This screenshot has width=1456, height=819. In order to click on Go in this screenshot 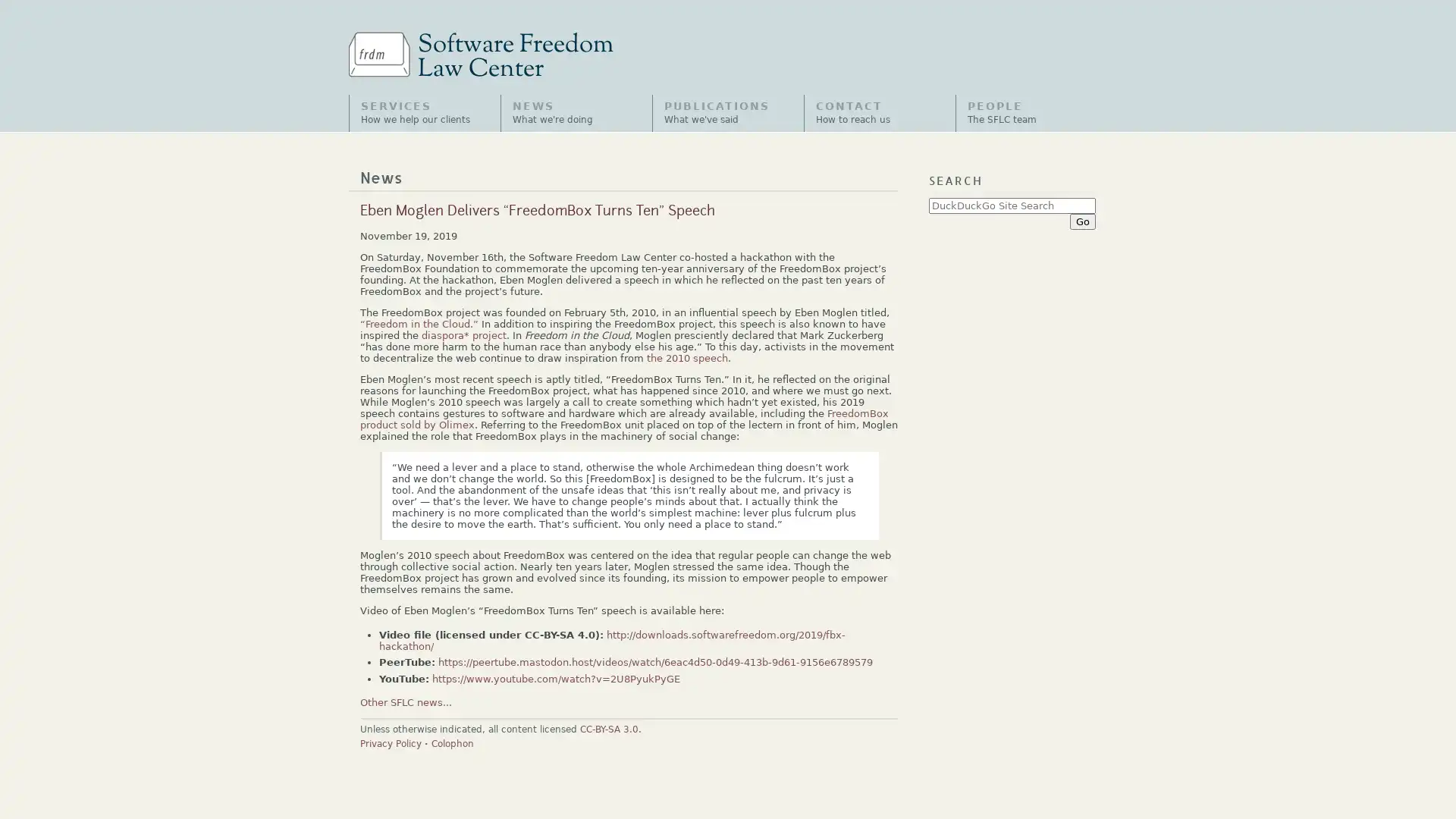, I will do `click(1081, 221)`.